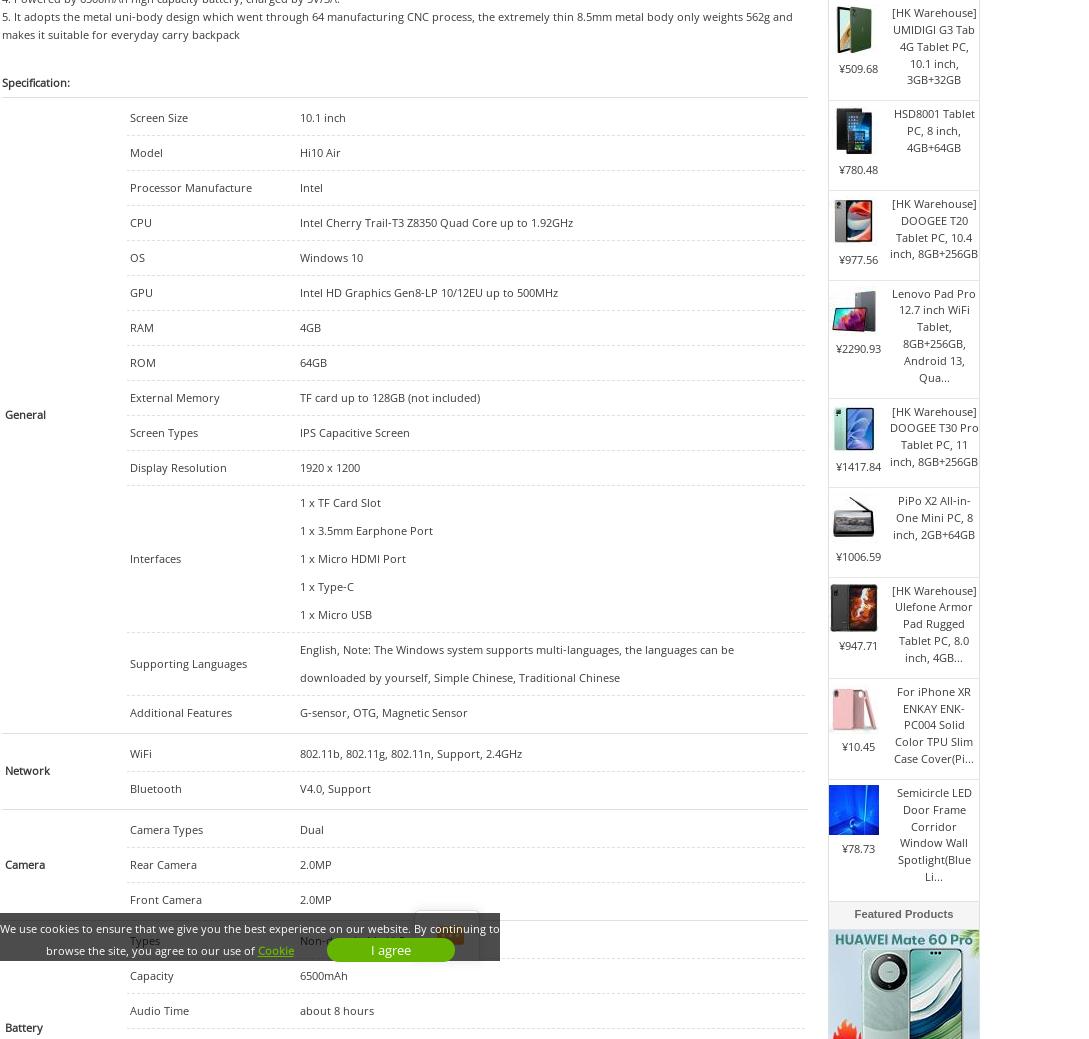  I want to click on 'Chat with us', so click(514, 935).